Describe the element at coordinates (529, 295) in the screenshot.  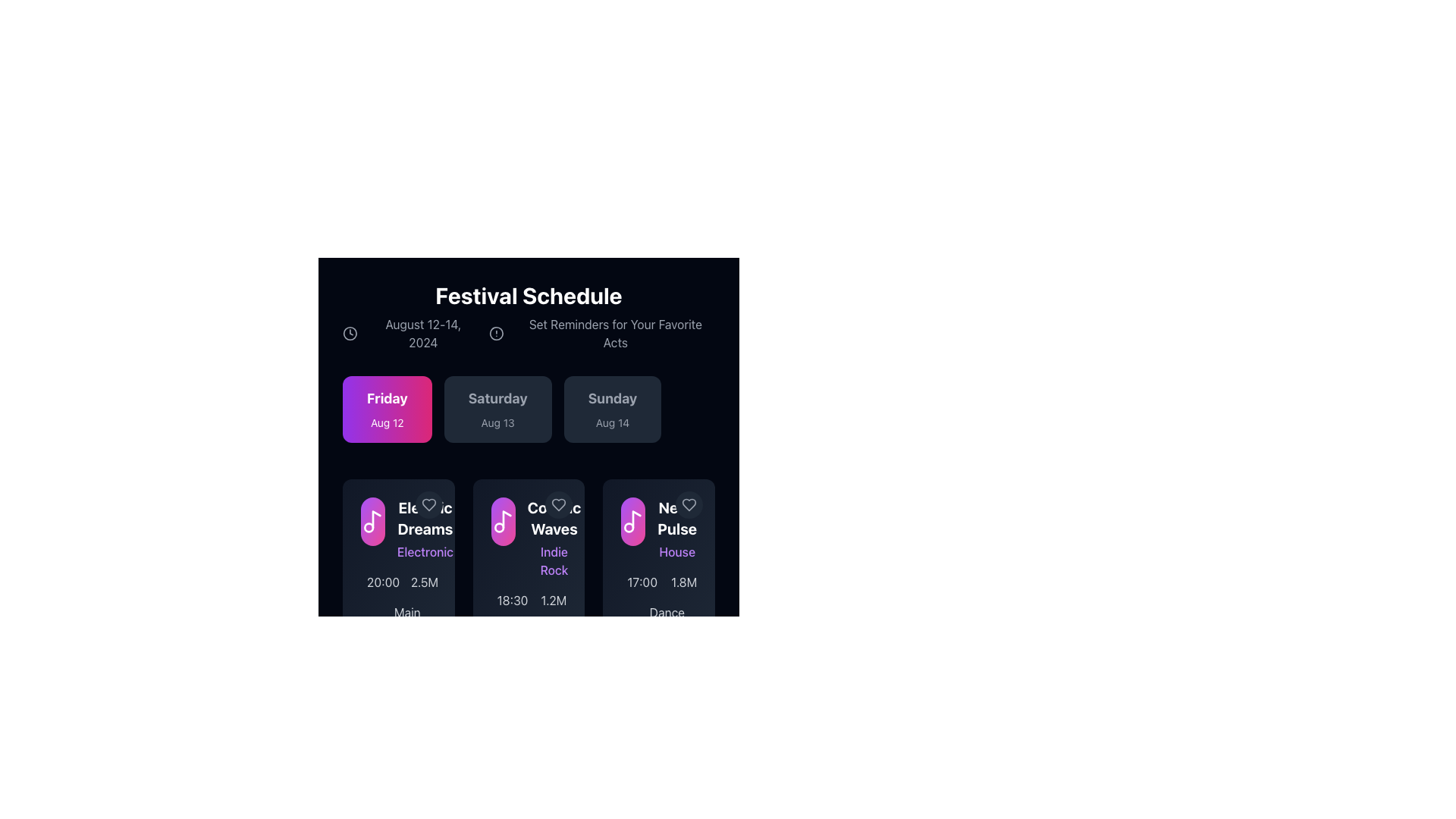
I see `the header text label for the festival schedule section` at that location.